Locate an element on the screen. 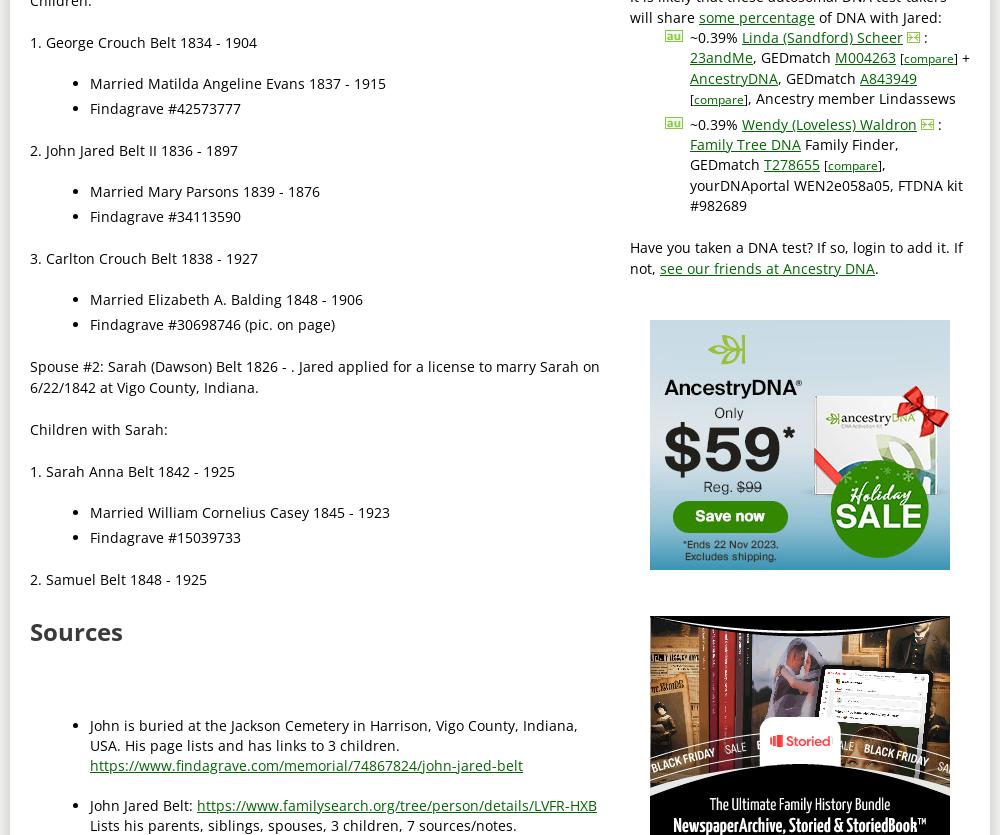 The width and height of the screenshot is (1000, 835). '2. John Jared Belt II 1836 - 1897' is located at coordinates (134, 149).